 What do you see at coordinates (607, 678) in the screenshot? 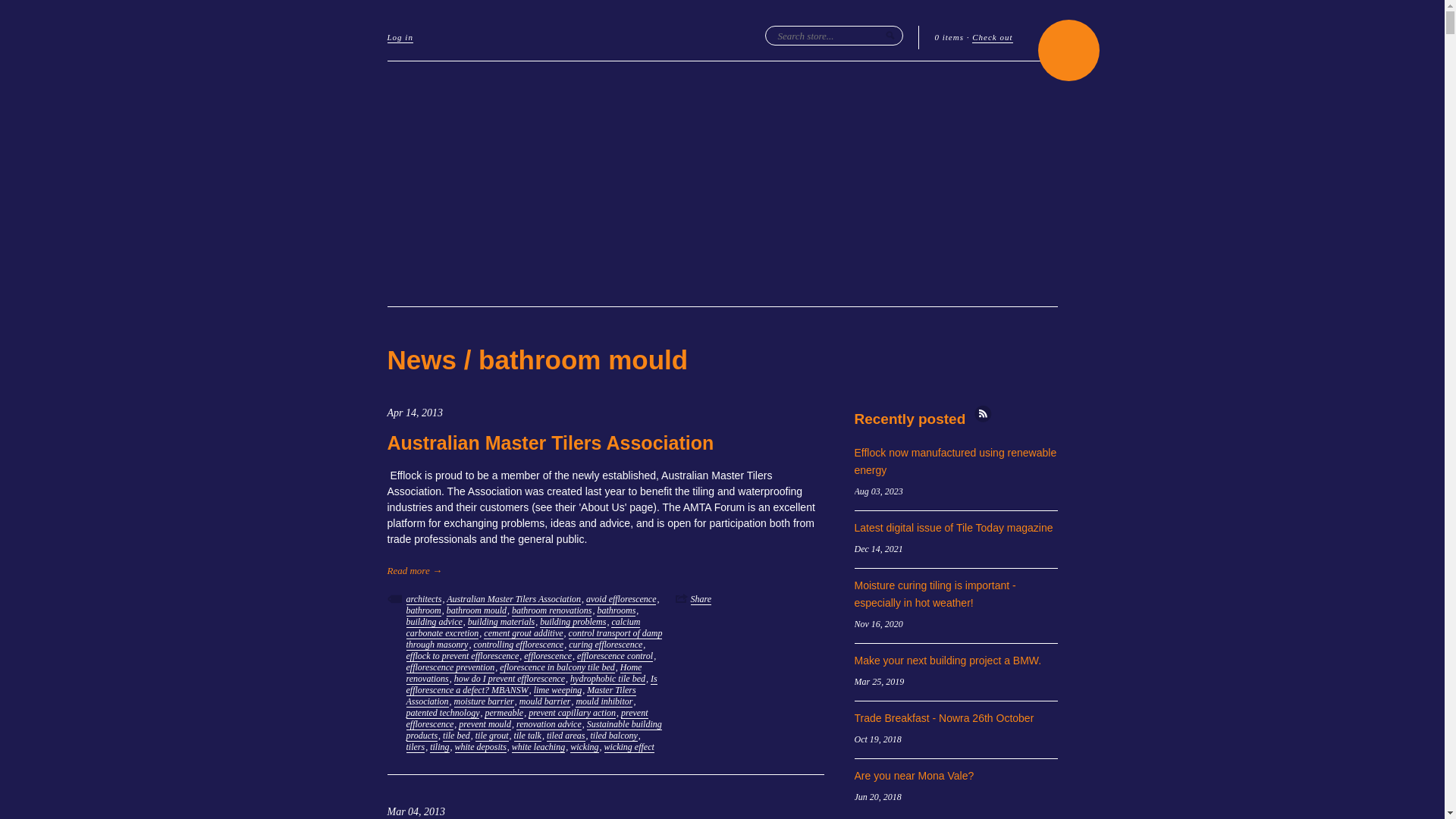
I see `'hydrophobic tile bed'` at bounding box center [607, 678].